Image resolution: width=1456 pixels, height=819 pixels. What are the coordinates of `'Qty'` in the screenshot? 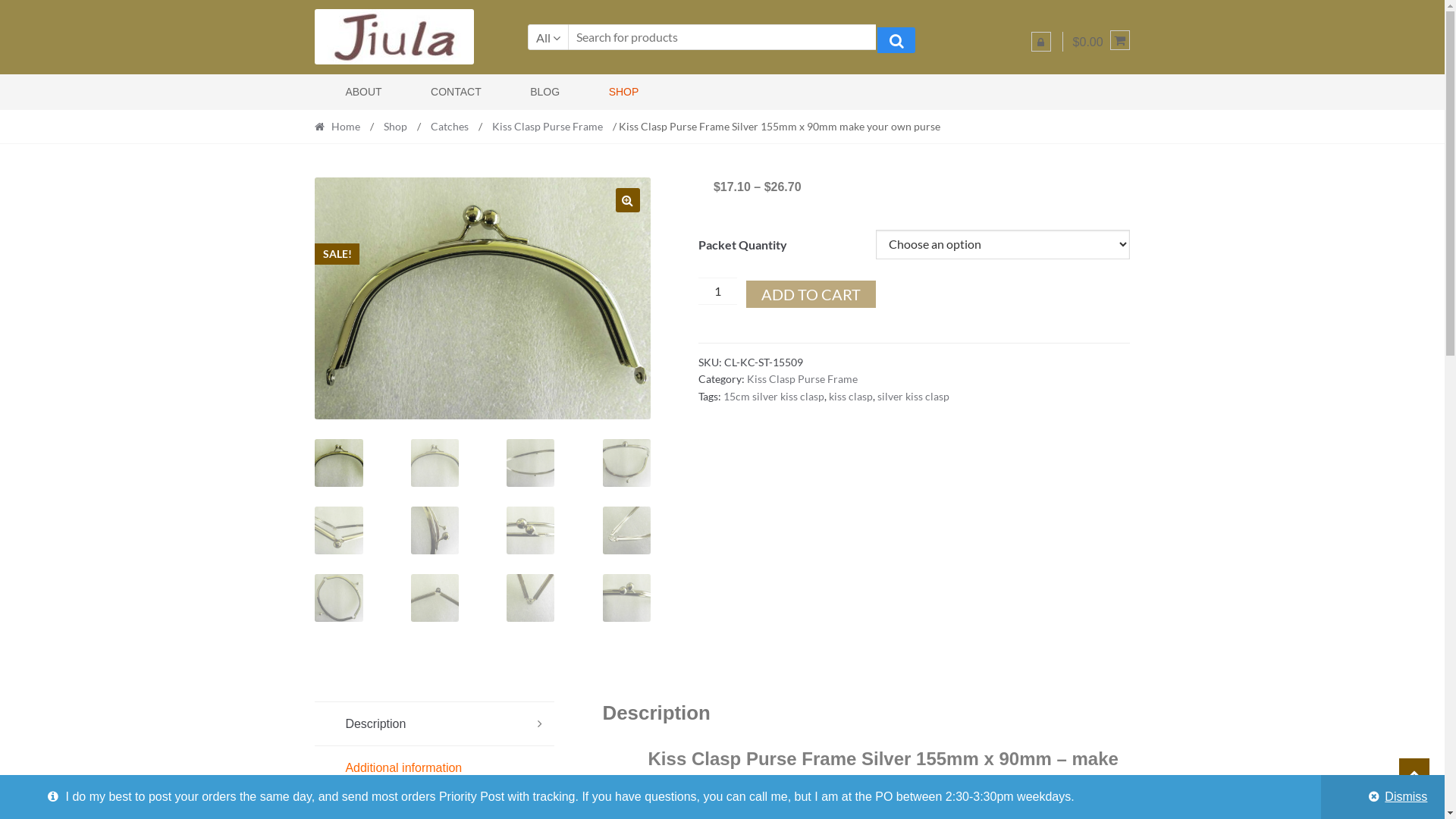 It's located at (717, 291).